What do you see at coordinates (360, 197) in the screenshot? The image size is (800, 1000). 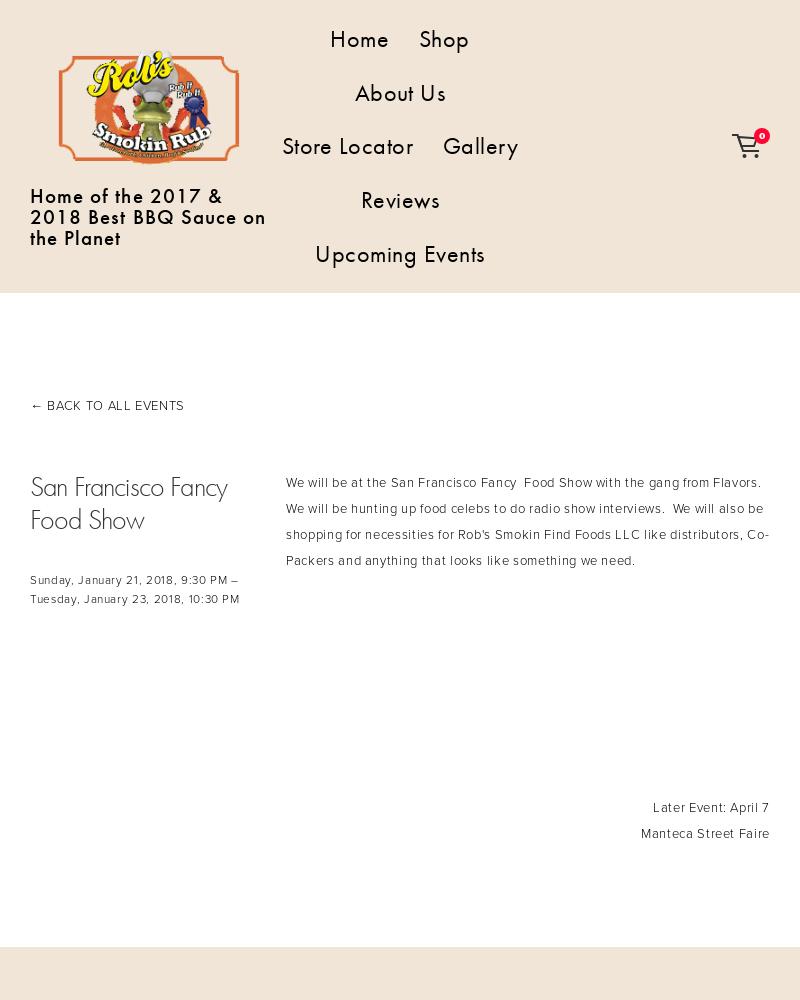 I see `'Reviews'` at bounding box center [360, 197].